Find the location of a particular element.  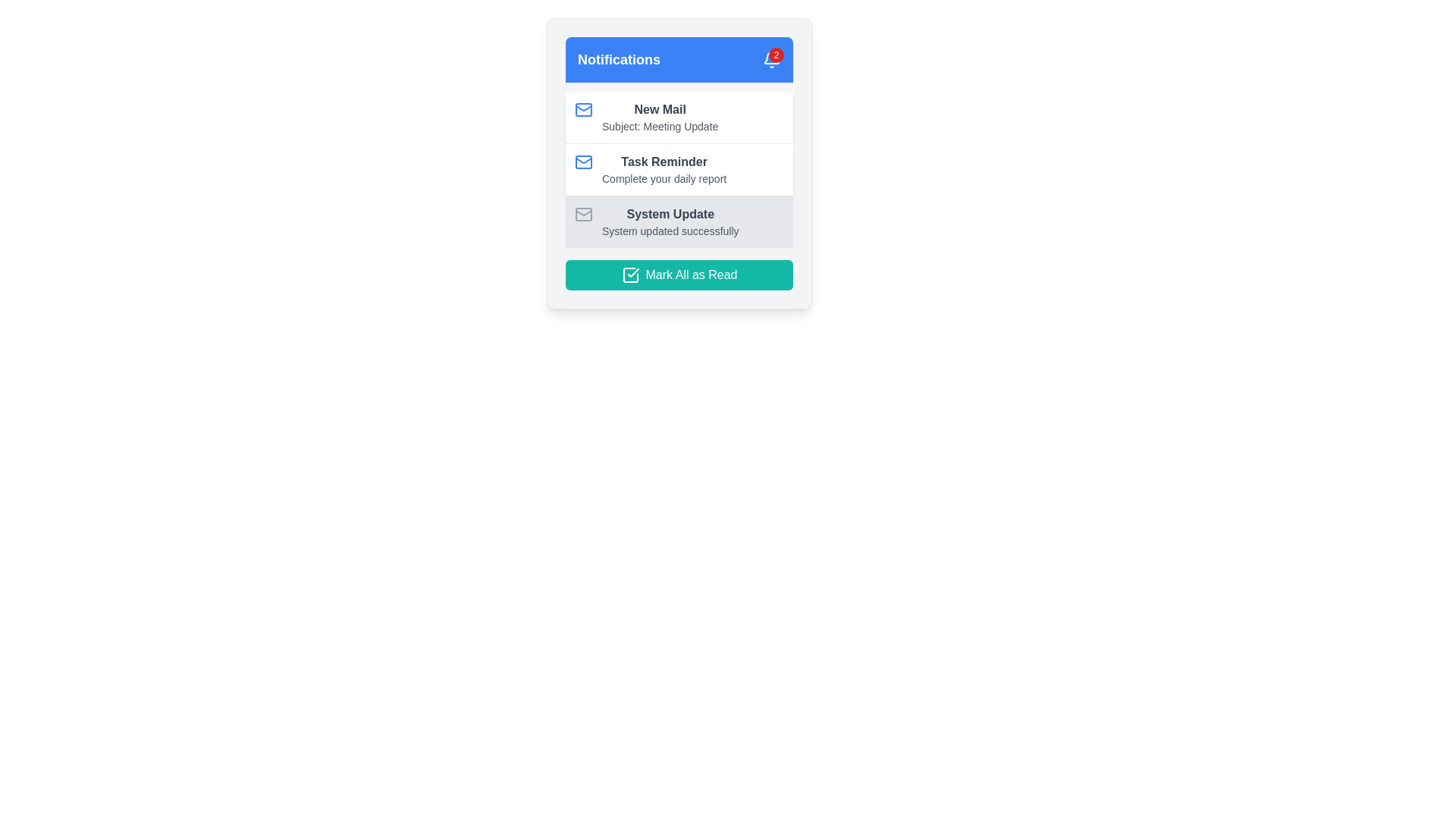

the square icon with rounded corners and a checkmark inside, located within the 'Mark All as Read' button is located at coordinates (630, 275).